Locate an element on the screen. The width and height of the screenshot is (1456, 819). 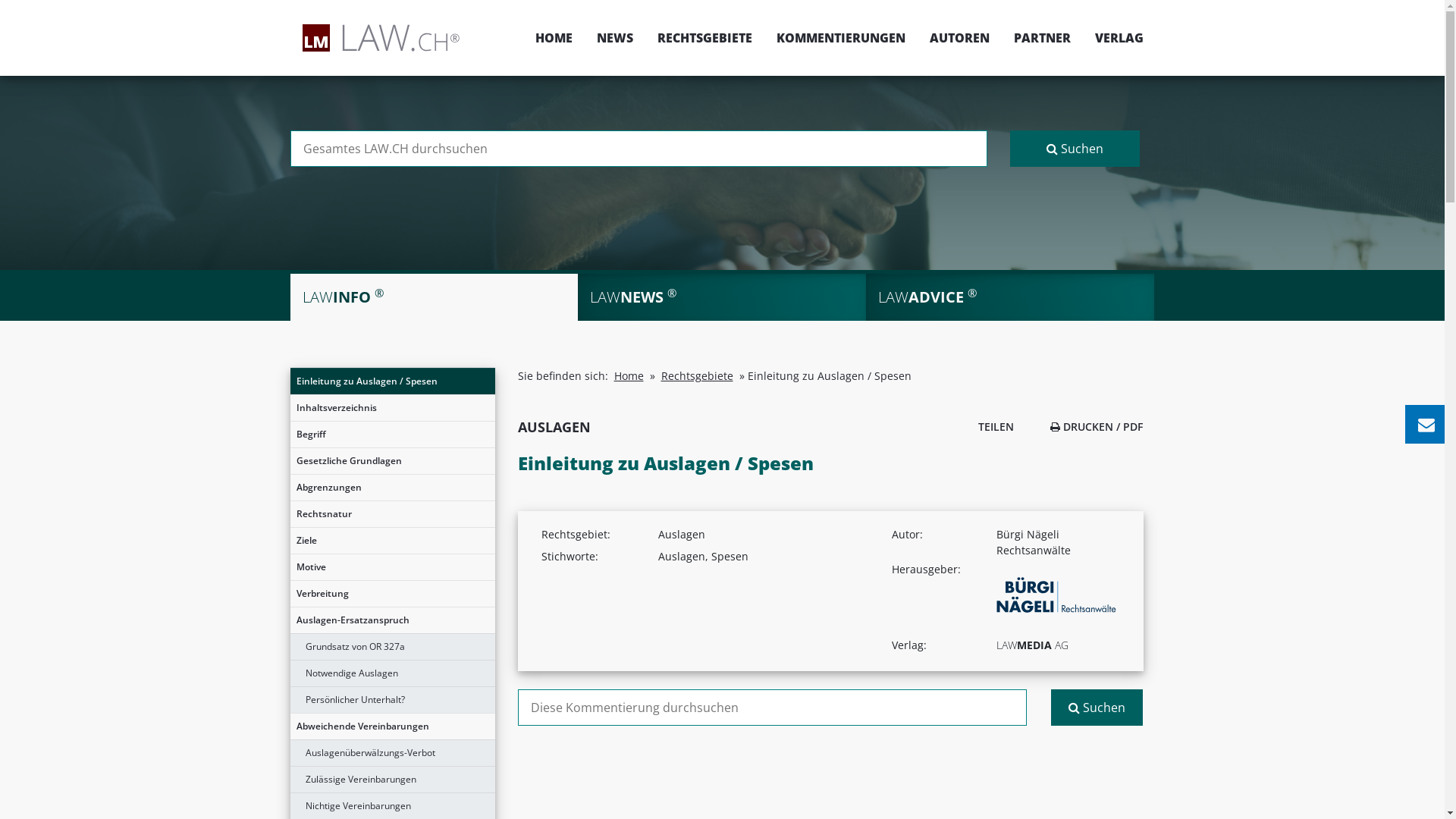
'KOMMENTIERUNGEN' is located at coordinates (839, 37).